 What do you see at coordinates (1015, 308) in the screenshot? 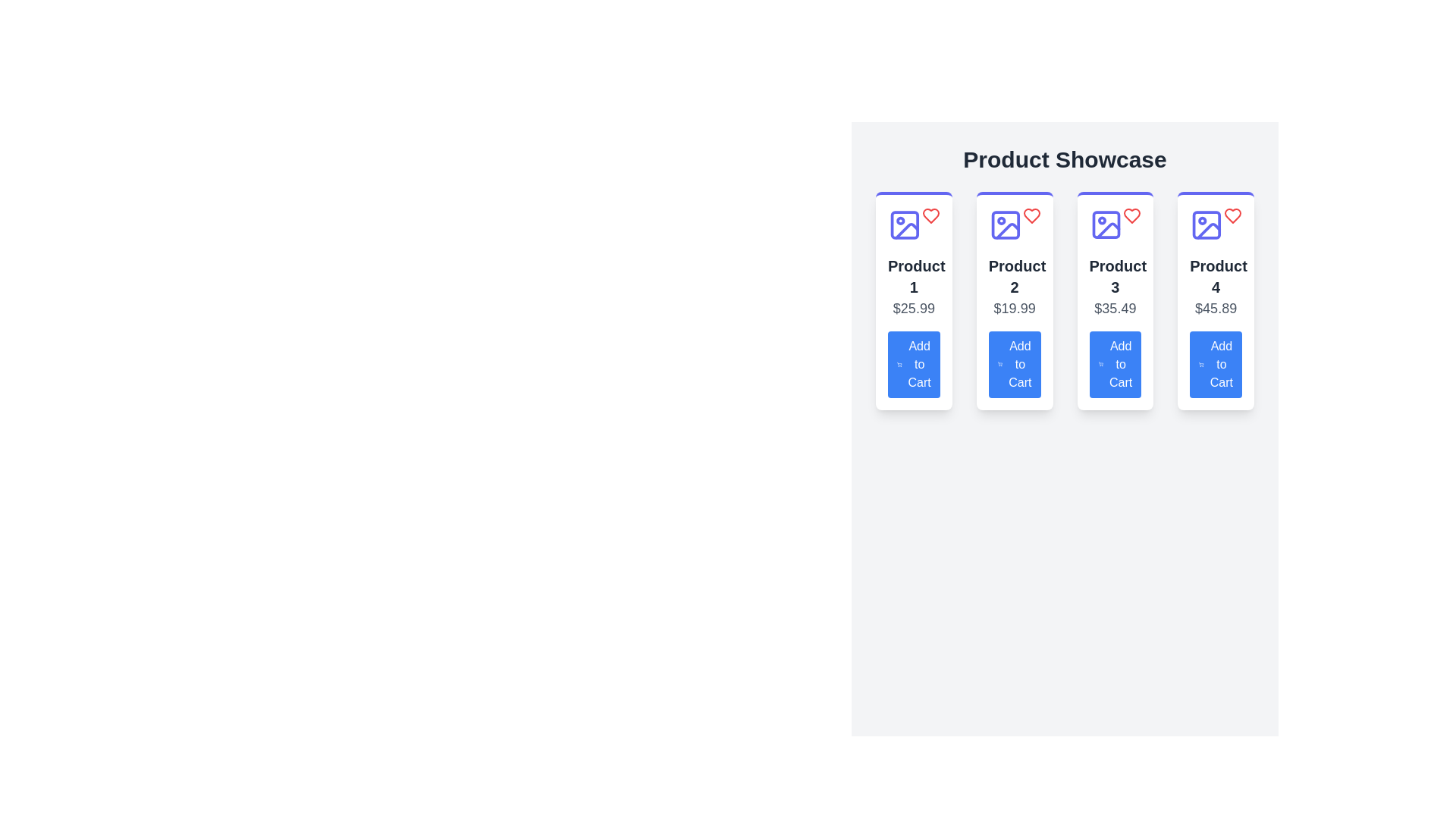
I see `the text label displaying '$19.99', which is positioned centrally beneath the title 'Product 2' and above the 'Add to Cart' button in the second product card` at bounding box center [1015, 308].